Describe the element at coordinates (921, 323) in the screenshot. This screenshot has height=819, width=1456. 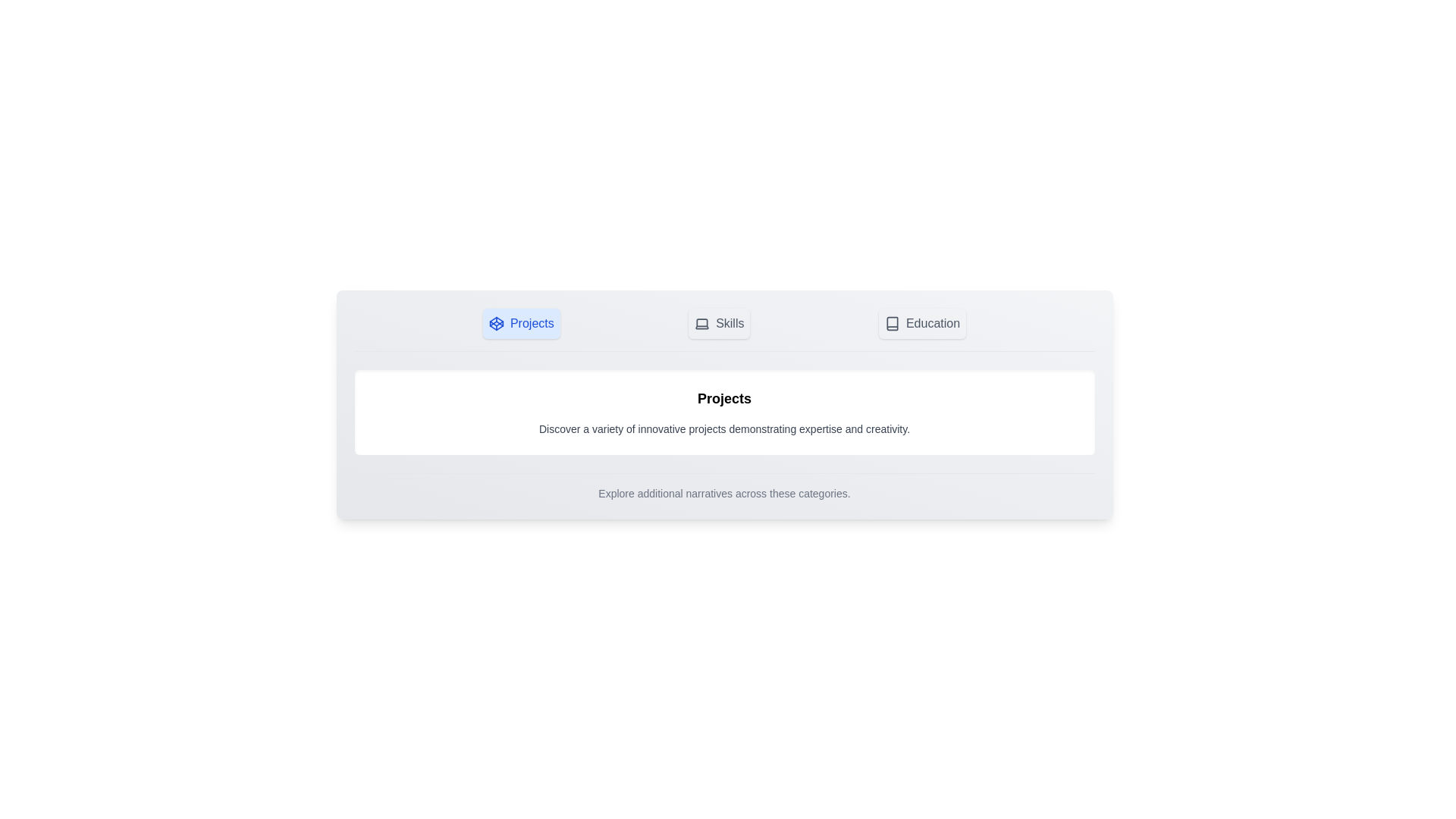
I see `the 'Education' button, which features a book icon on the left and gray text, positioned as the third item in a row of buttons` at that location.